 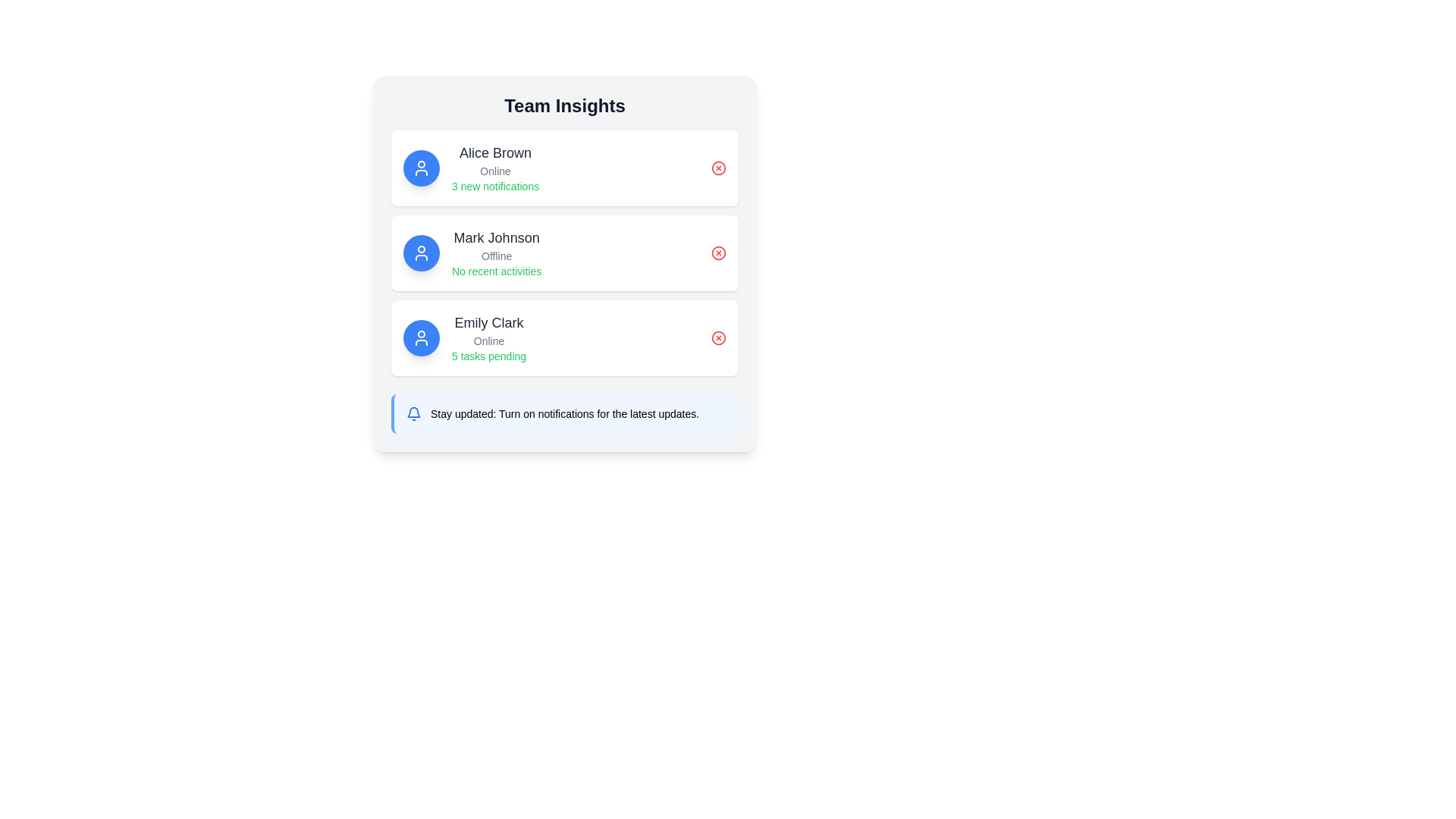 What do you see at coordinates (489, 341) in the screenshot?
I see `the text label displaying 'Online' in gray font, located below 'Emily Clark' and above '5 tasks pending' in the 'Team Insights' section` at bounding box center [489, 341].